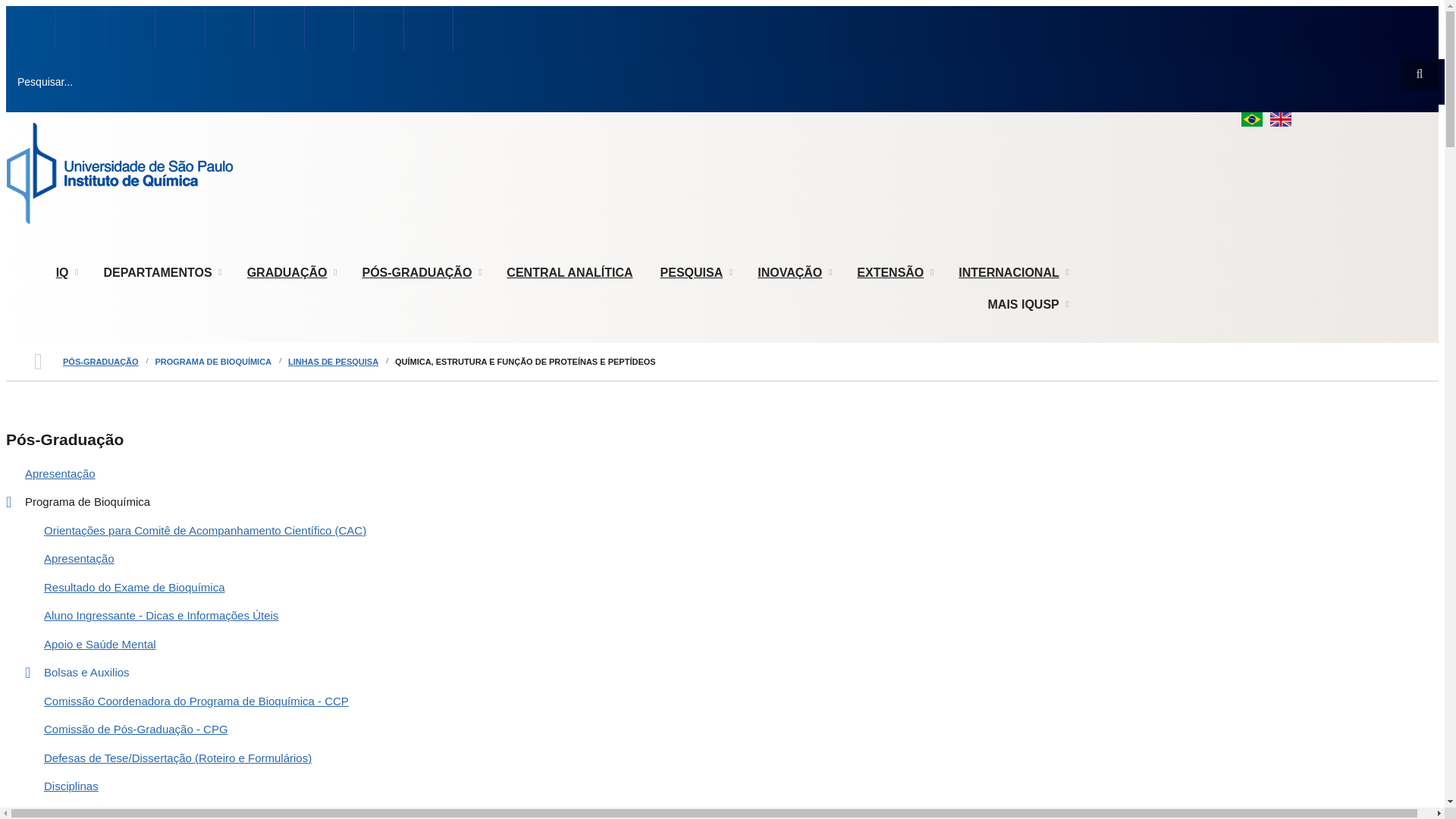 This screenshot has height=819, width=1456. I want to click on 'IQ', so click(65, 271).